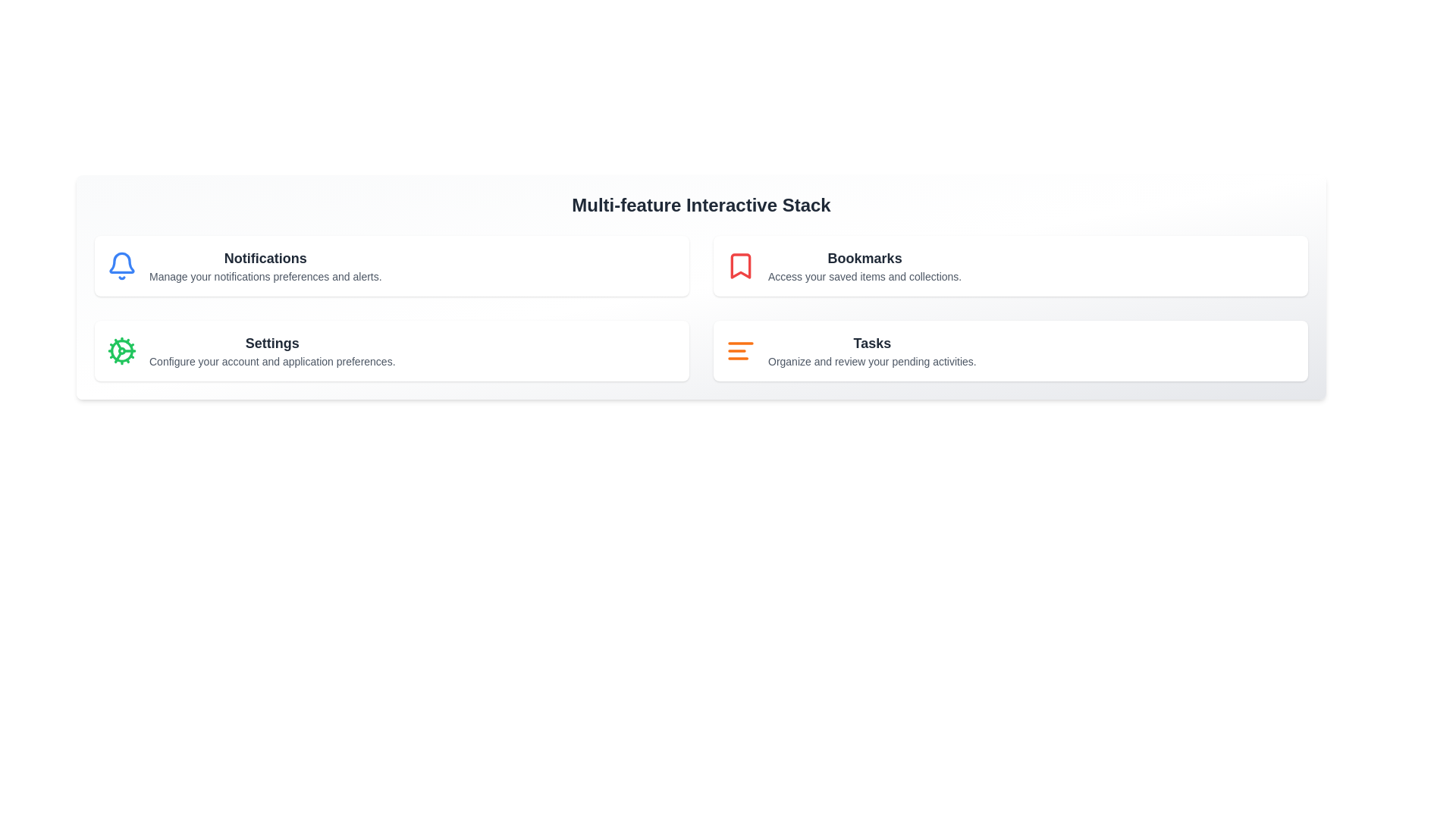 This screenshot has height=819, width=1456. What do you see at coordinates (741, 265) in the screenshot?
I see `the 'Bookmarks' icon located in the top-right section of the interface, above the text 'Access your saved items and collections'` at bounding box center [741, 265].